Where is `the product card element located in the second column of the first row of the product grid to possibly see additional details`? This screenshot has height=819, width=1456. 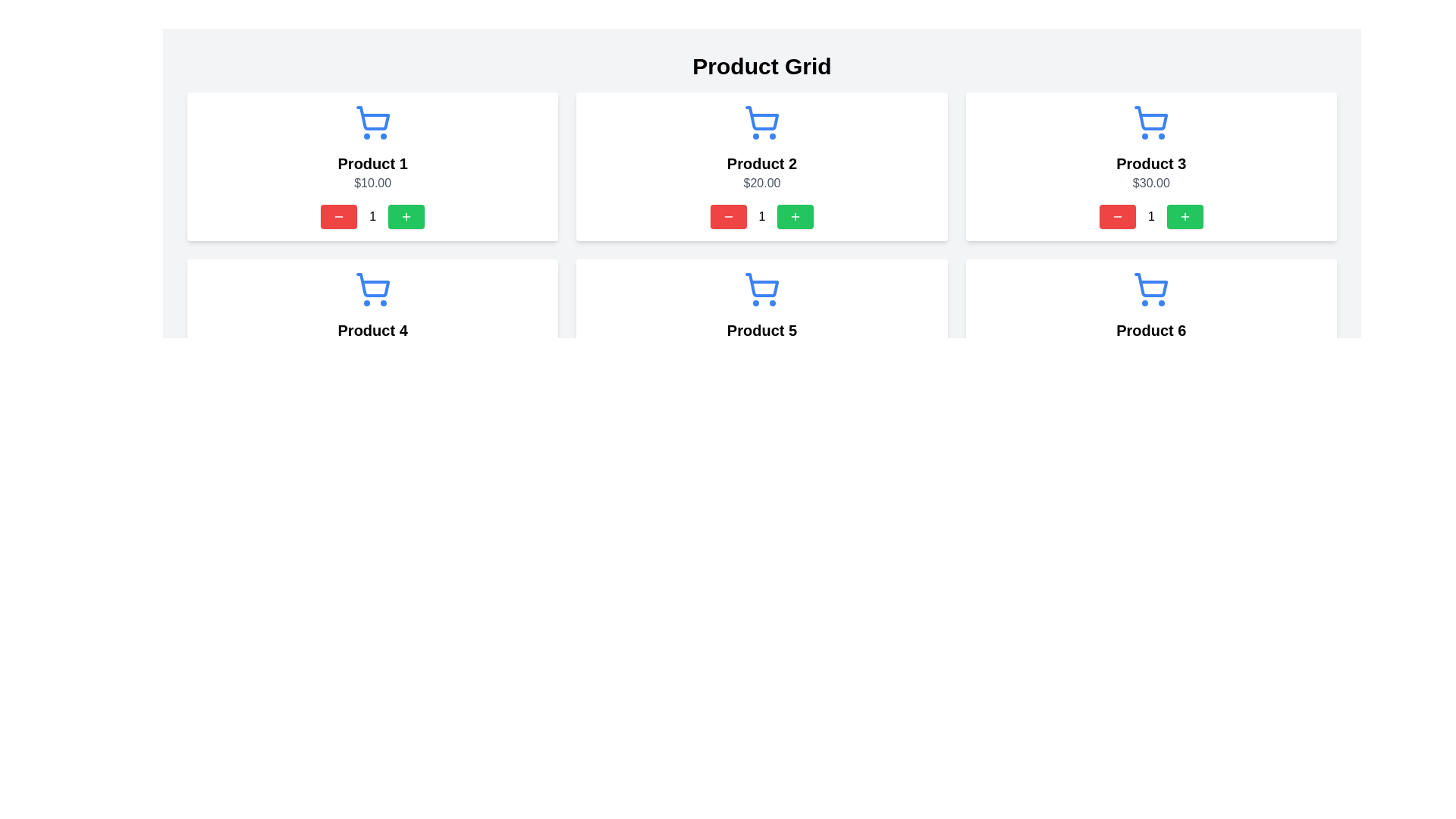
the product card element located in the second column of the first row of the product grid to possibly see additional details is located at coordinates (761, 166).